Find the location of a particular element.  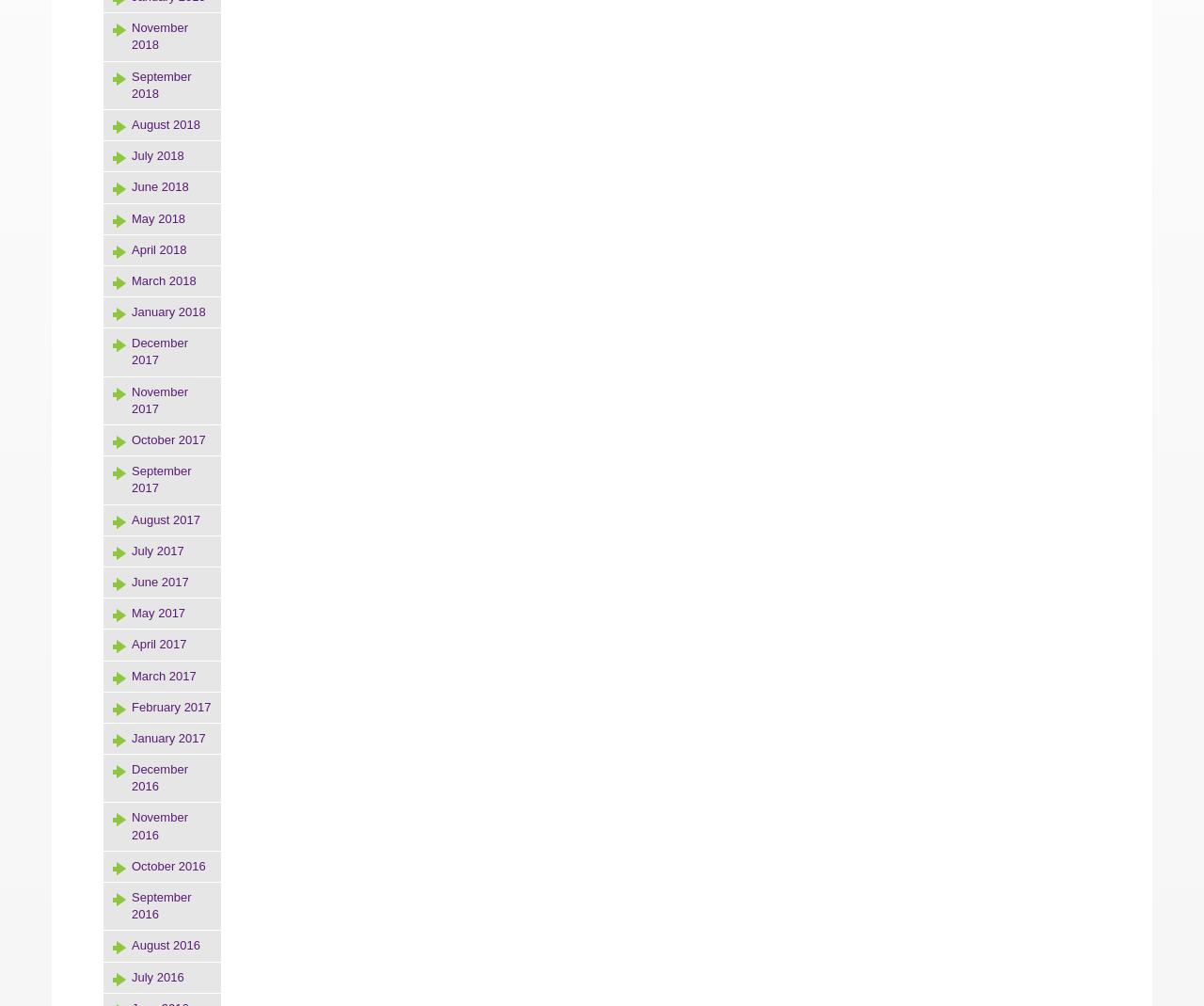

'June 2017' is located at coordinates (131, 581).